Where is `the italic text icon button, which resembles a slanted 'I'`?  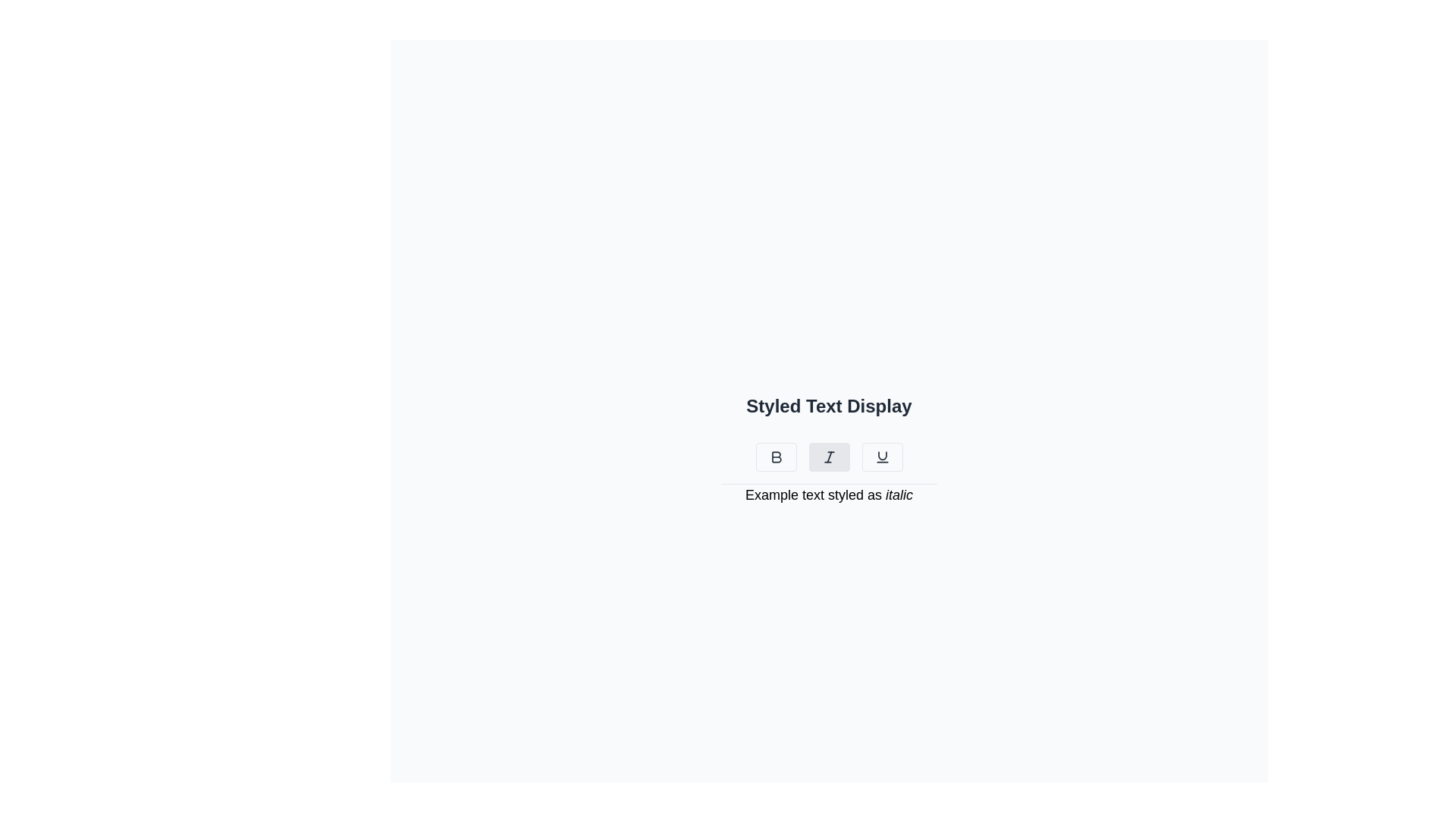 the italic text icon button, which resembles a slanted 'I' is located at coordinates (828, 456).